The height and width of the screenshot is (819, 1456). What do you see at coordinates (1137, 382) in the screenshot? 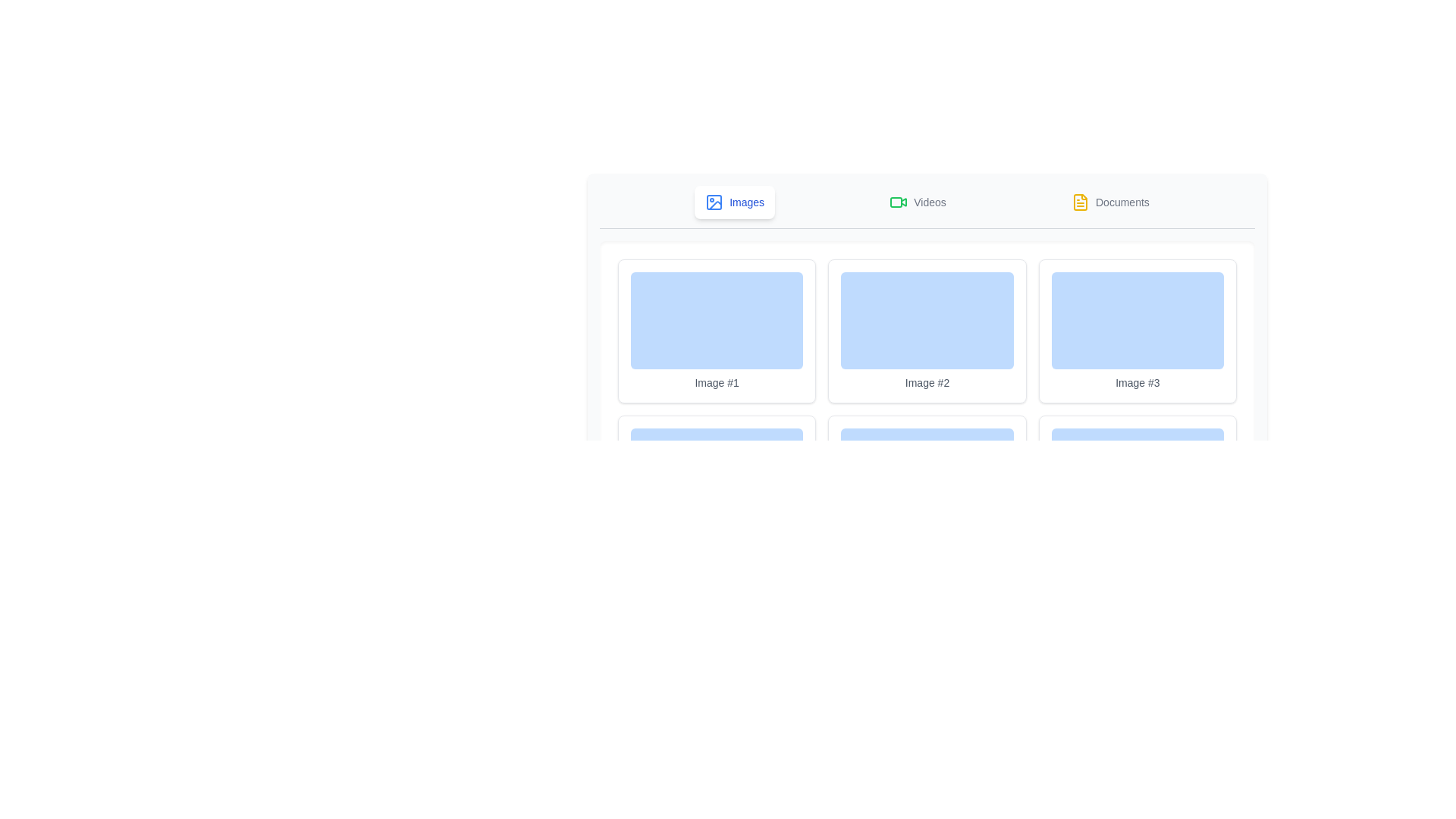
I see `the Text Label located below the light blue rectangular image placeholder, which serves to describe the image above it` at bounding box center [1137, 382].